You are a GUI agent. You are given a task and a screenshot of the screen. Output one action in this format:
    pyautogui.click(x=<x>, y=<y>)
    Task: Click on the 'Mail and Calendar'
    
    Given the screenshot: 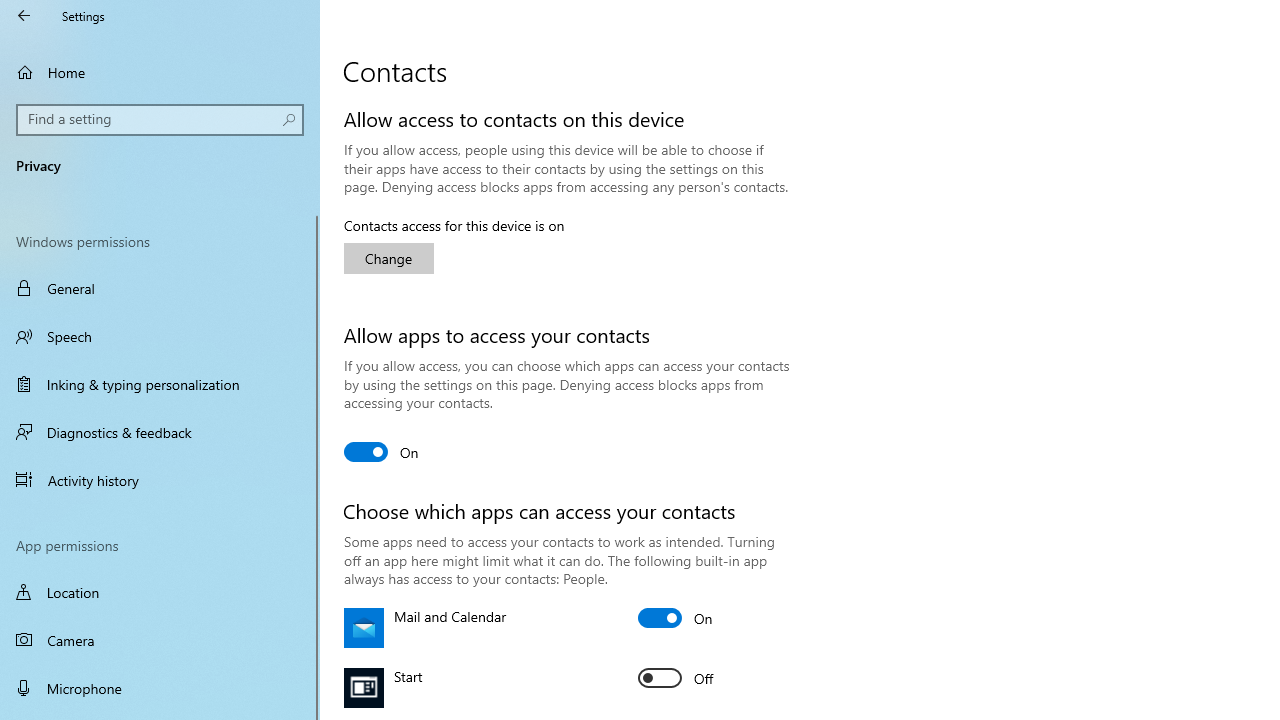 What is the action you would take?
    pyautogui.click(x=675, y=617)
    